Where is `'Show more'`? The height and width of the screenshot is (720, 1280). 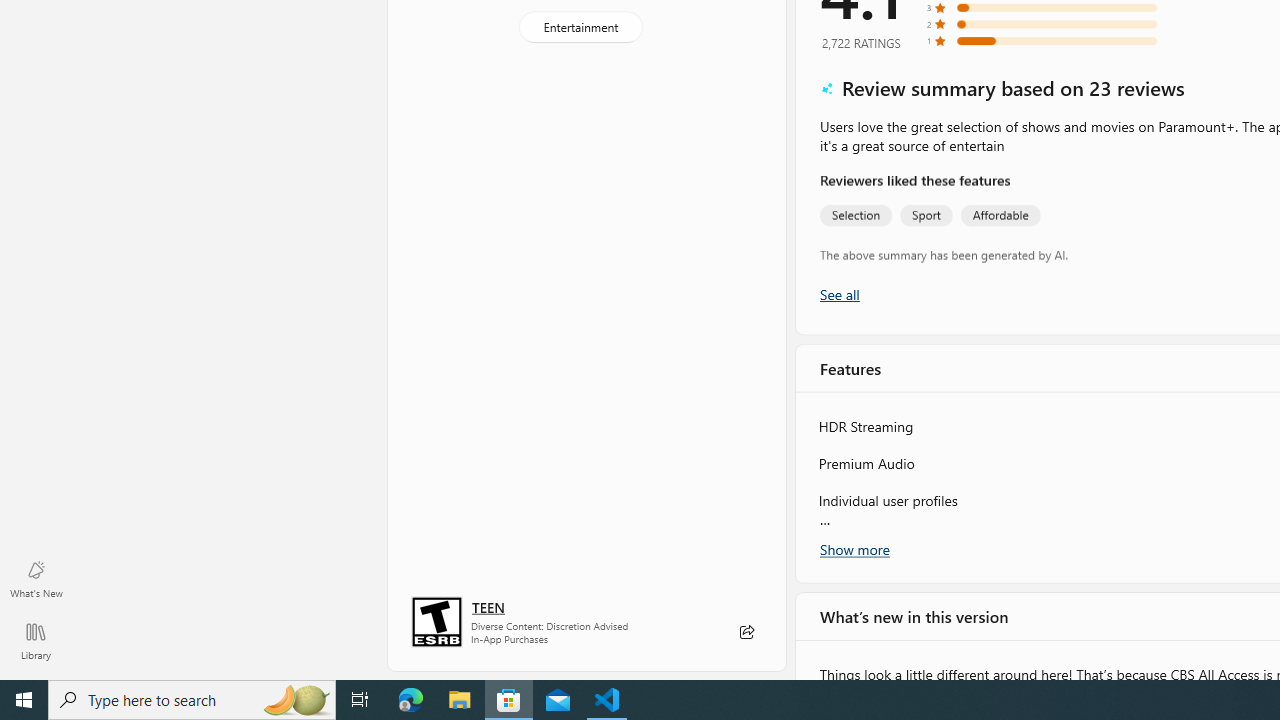 'Show more' is located at coordinates (855, 549).